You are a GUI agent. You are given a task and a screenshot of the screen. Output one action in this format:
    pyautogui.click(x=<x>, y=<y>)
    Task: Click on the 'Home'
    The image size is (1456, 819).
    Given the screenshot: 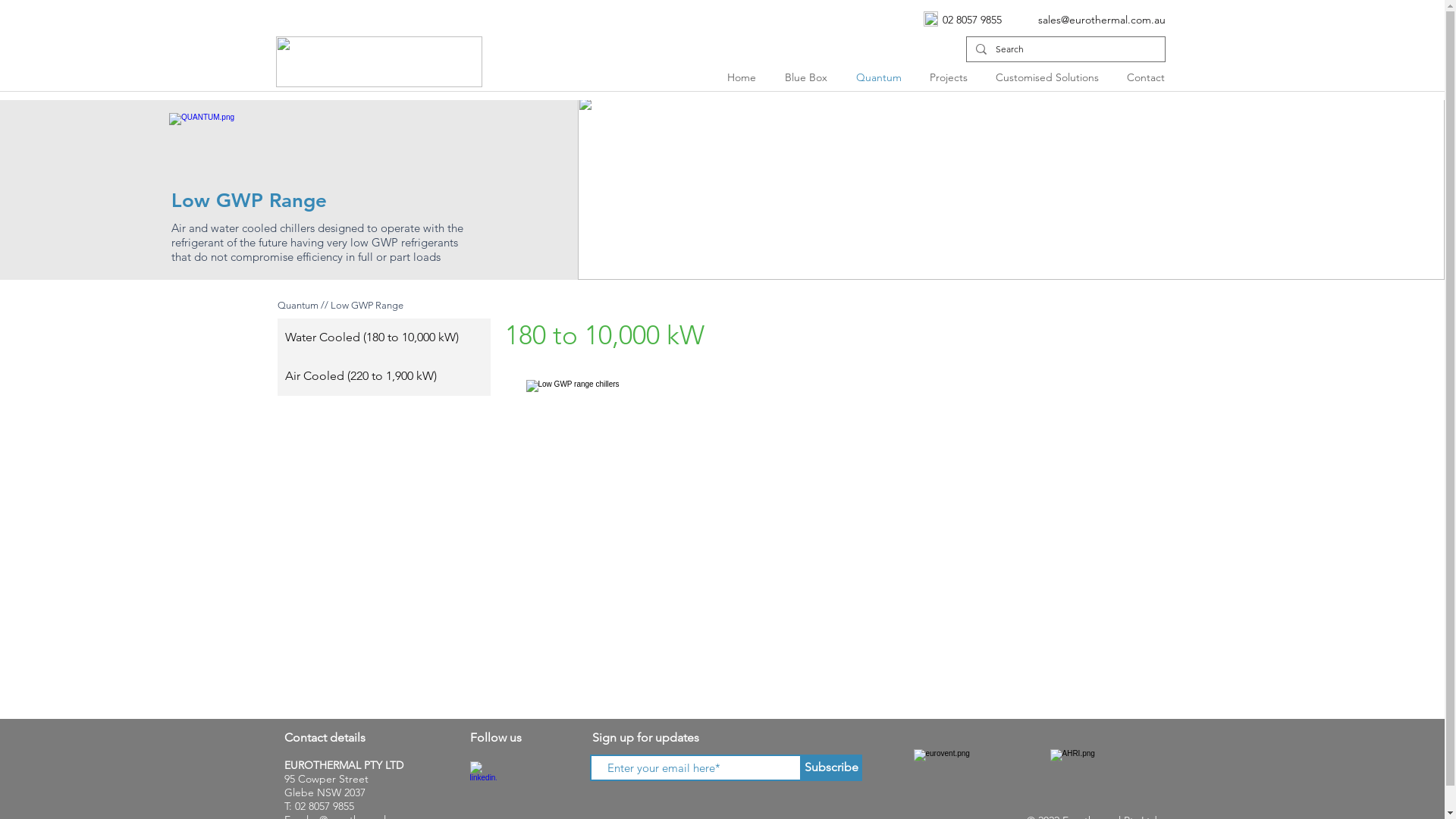 What is the action you would take?
    pyautogui.click(x=745, y=77)
    